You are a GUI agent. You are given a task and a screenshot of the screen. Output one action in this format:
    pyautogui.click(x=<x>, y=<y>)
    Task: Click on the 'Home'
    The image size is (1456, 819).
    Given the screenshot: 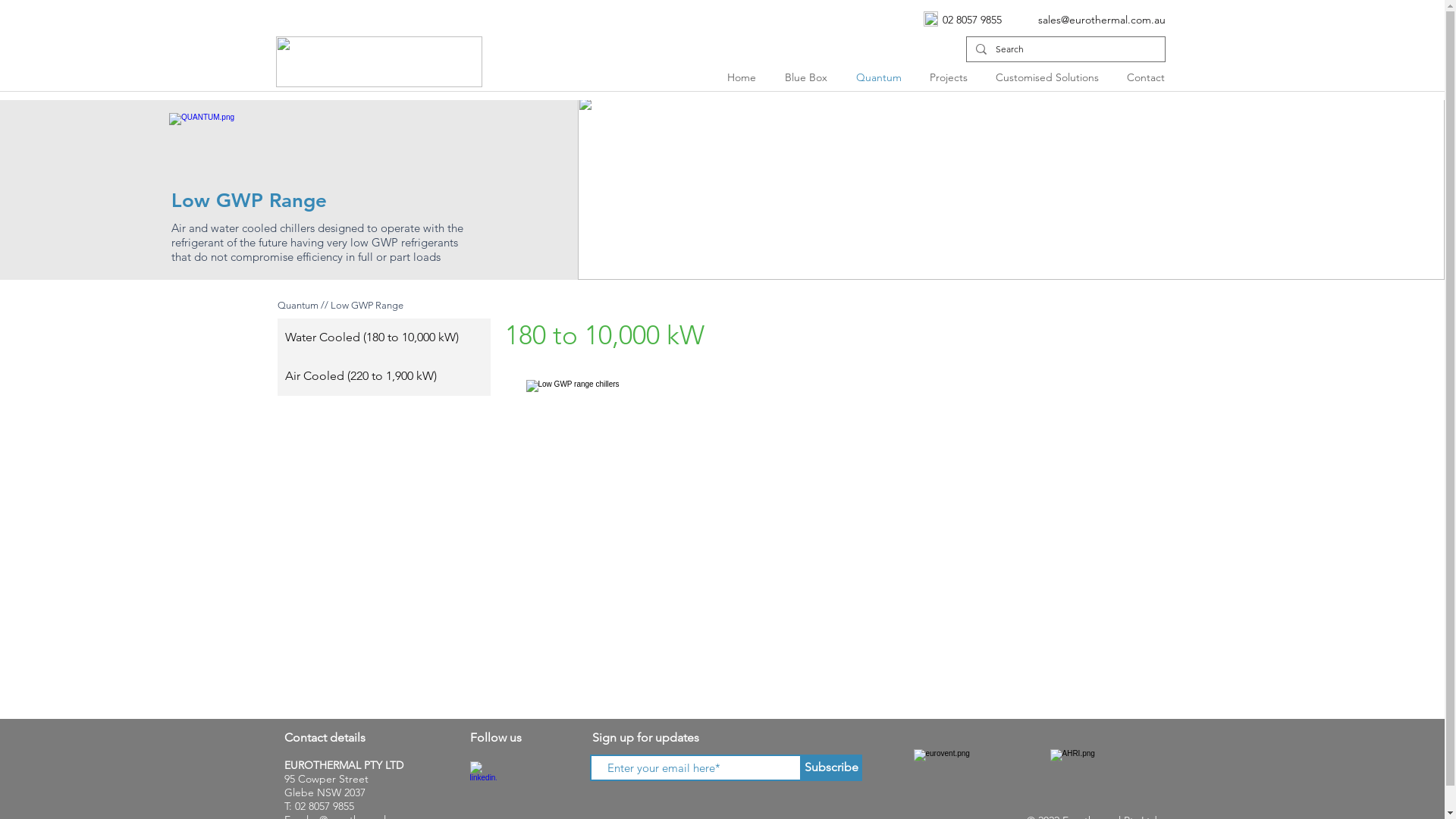 What is the action you would take?
    pyautogui.click(x=745, y=77)
    